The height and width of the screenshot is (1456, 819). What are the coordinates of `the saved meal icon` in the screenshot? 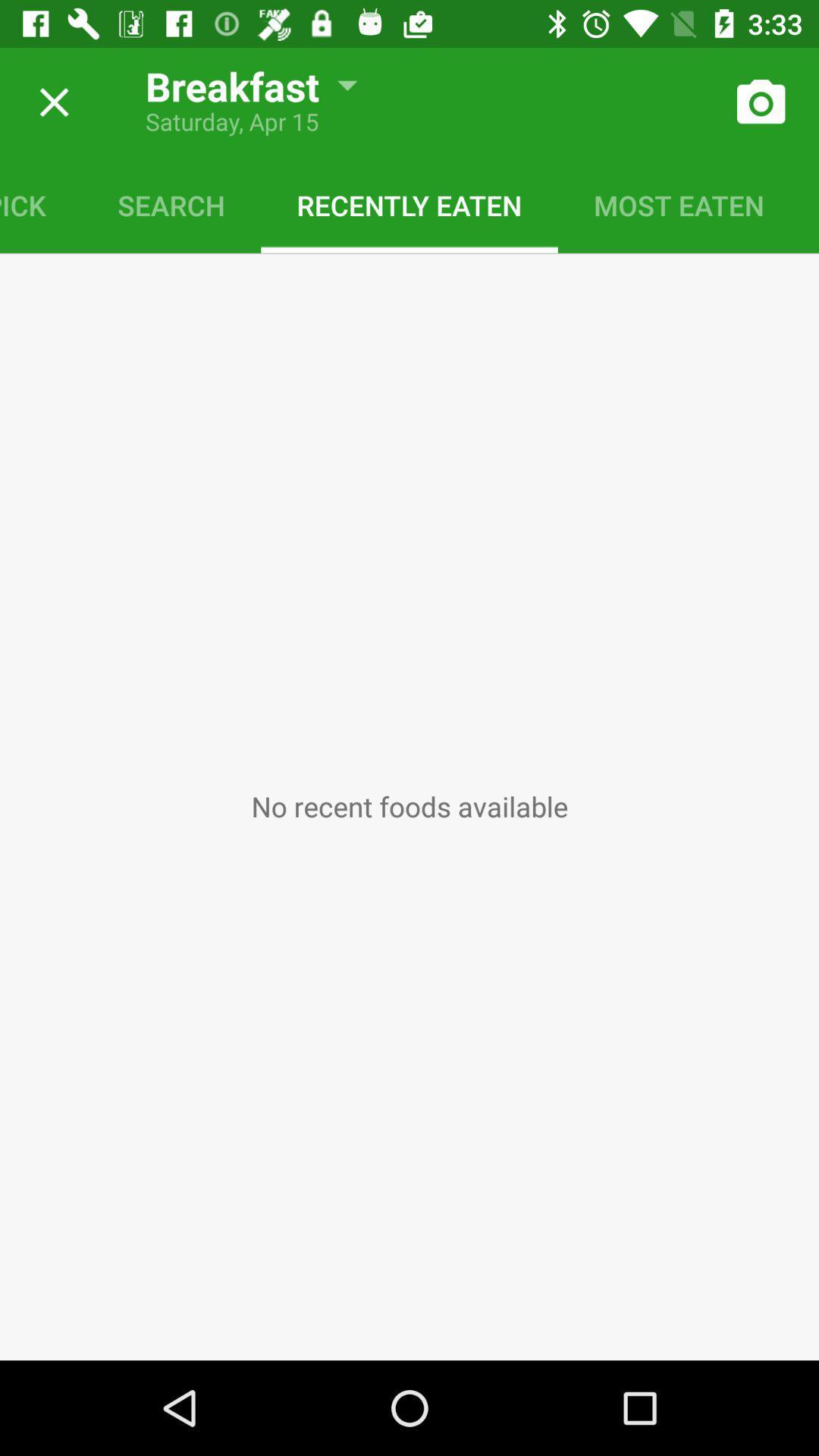 It's located at (808, 204).